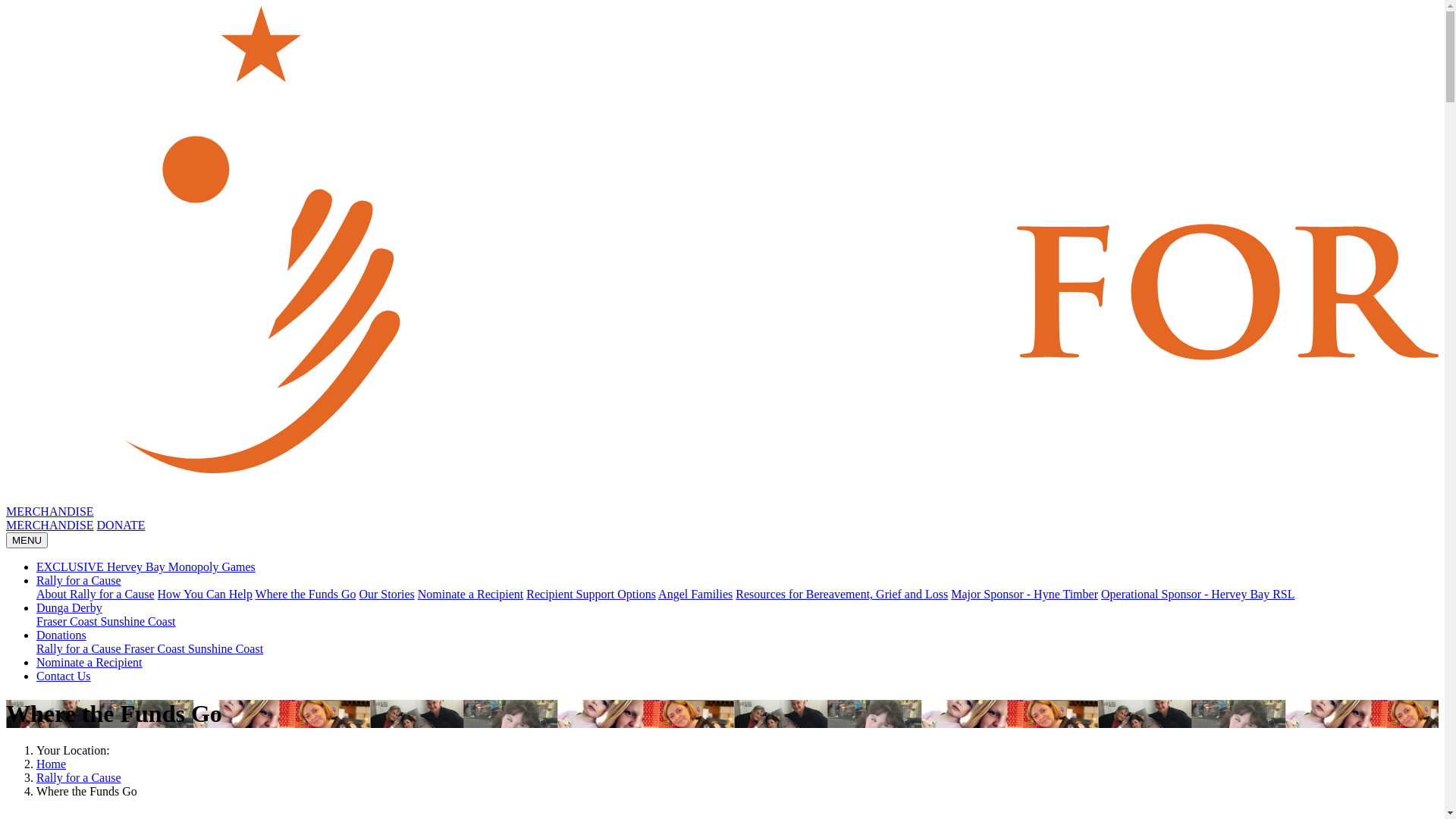 The image size is (1456, 819). What do you see at coordinates (51, 764) in the screenshot?
I see `'Home'` at bounding box center [51, 764].